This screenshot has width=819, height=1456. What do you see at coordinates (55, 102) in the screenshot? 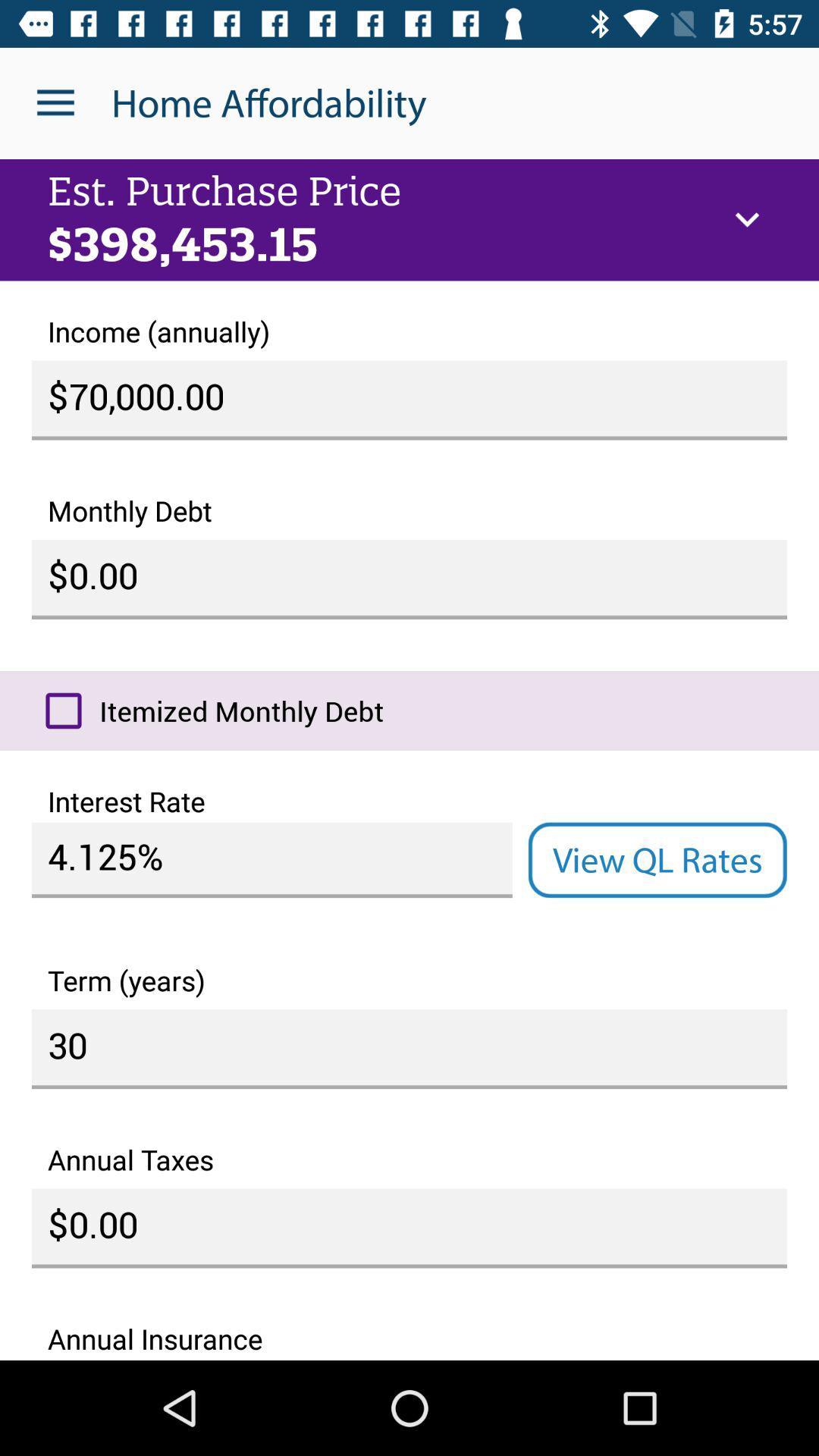
I see `the icon to the left of the home affordability` at bounding box center [55, 102].